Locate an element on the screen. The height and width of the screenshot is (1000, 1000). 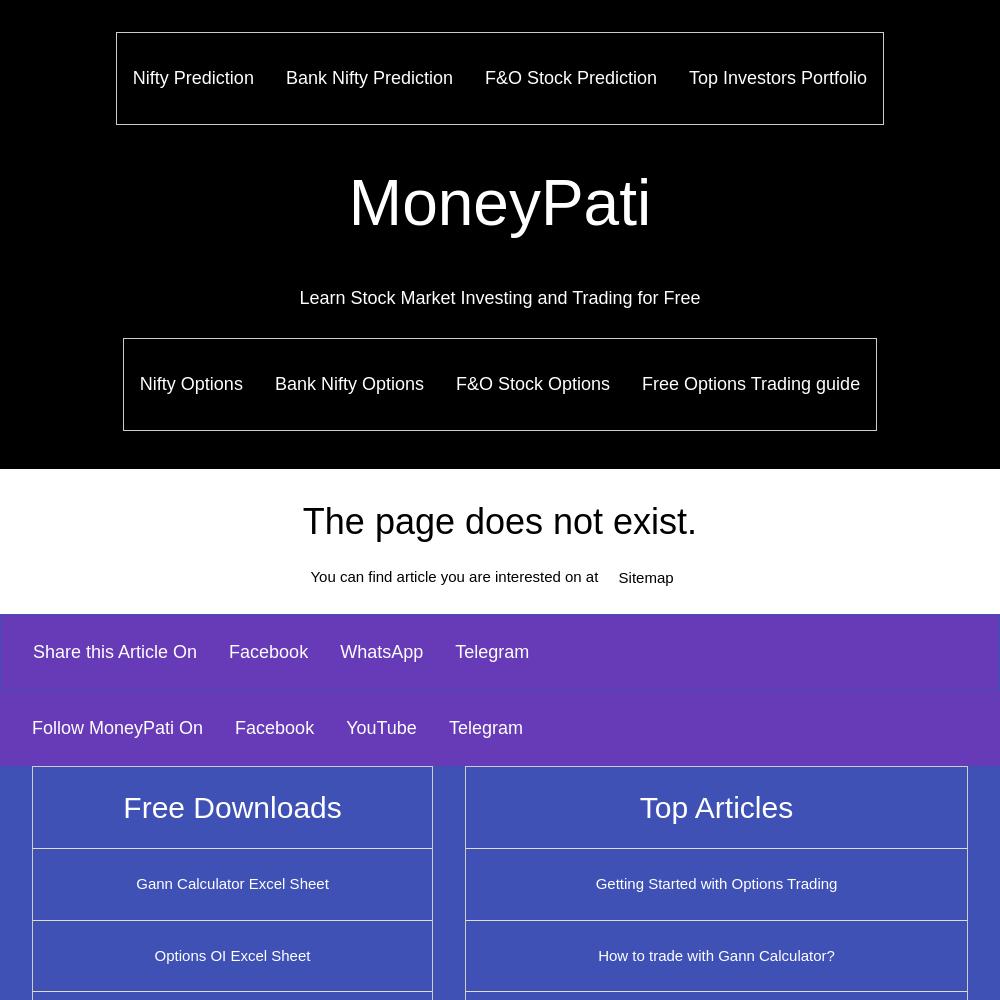
'Share this Article On' is located at coordinates (114, 651).